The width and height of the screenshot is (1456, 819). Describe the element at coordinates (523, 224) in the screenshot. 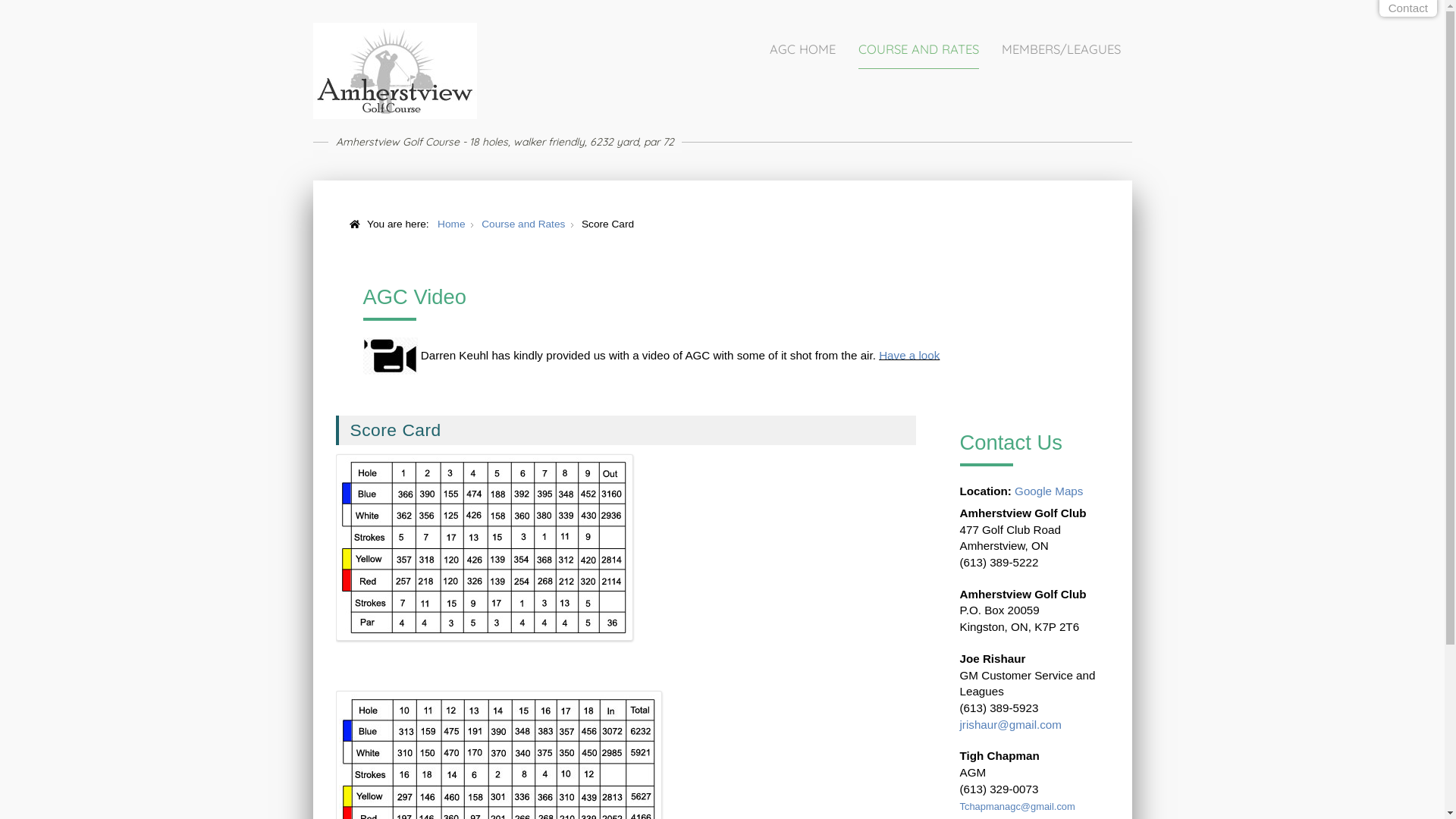

I see `'Course and Rates'` at that location.